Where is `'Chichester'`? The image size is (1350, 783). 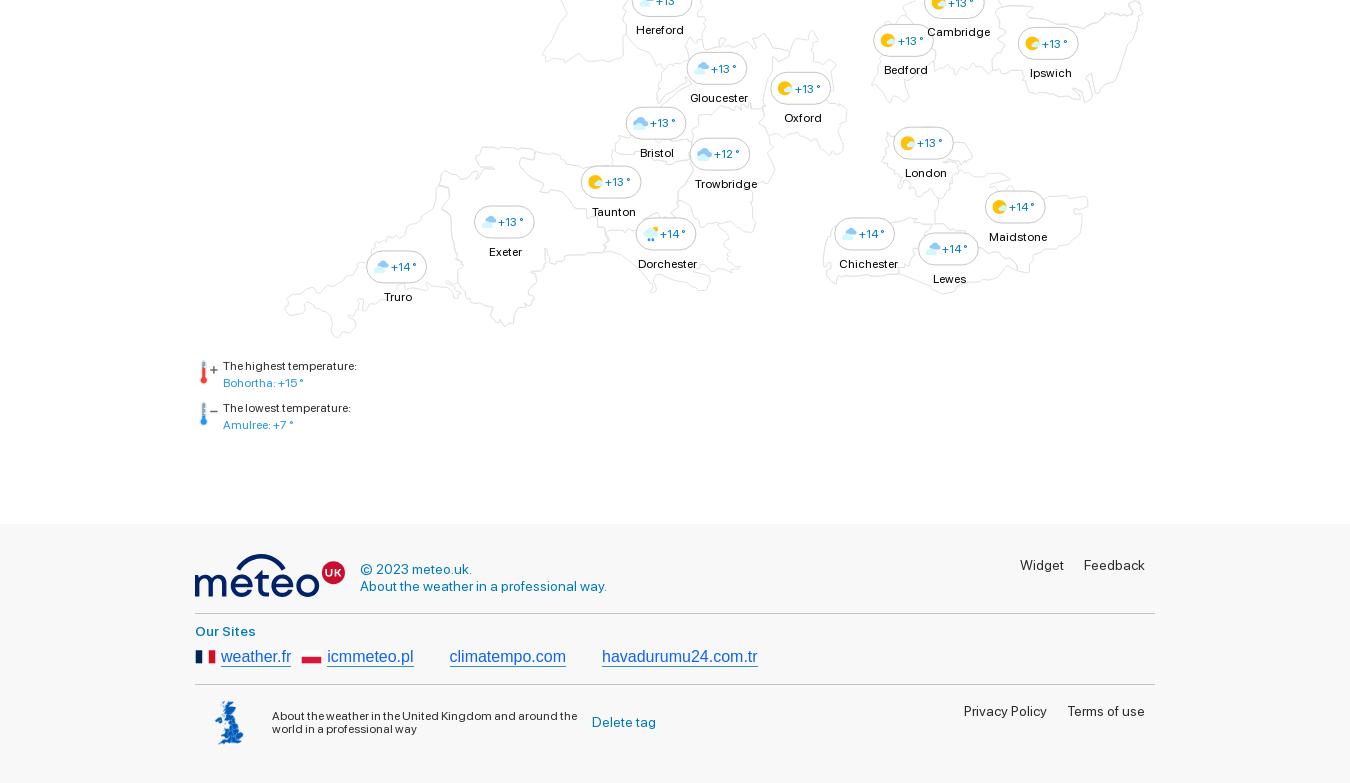 'Chichester' is located at coordinates (868, 263).